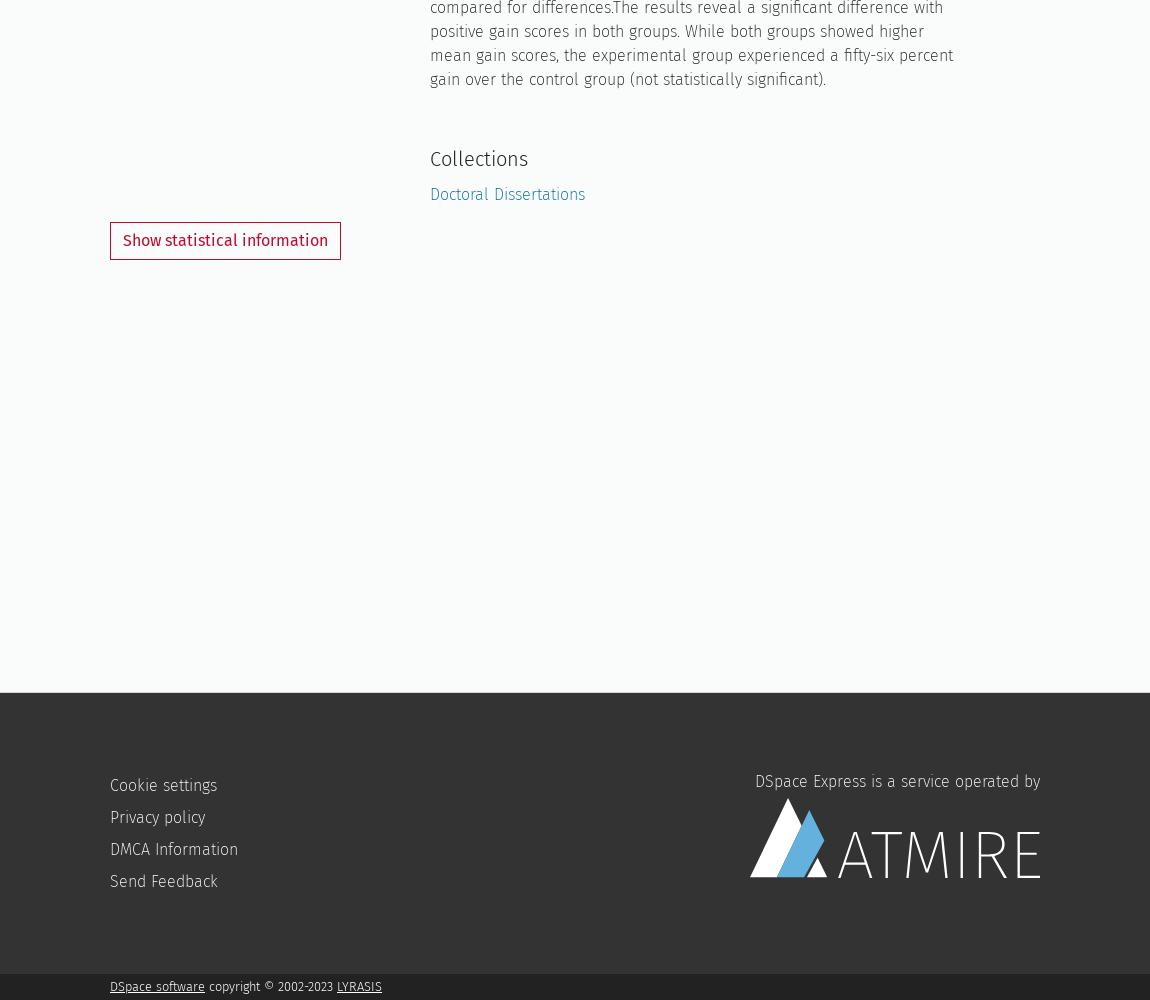 Image resolution: width=1150 pixels, height=1000 pixels. I want to click on 'Doctoral Dissertations', so click(506, 192).